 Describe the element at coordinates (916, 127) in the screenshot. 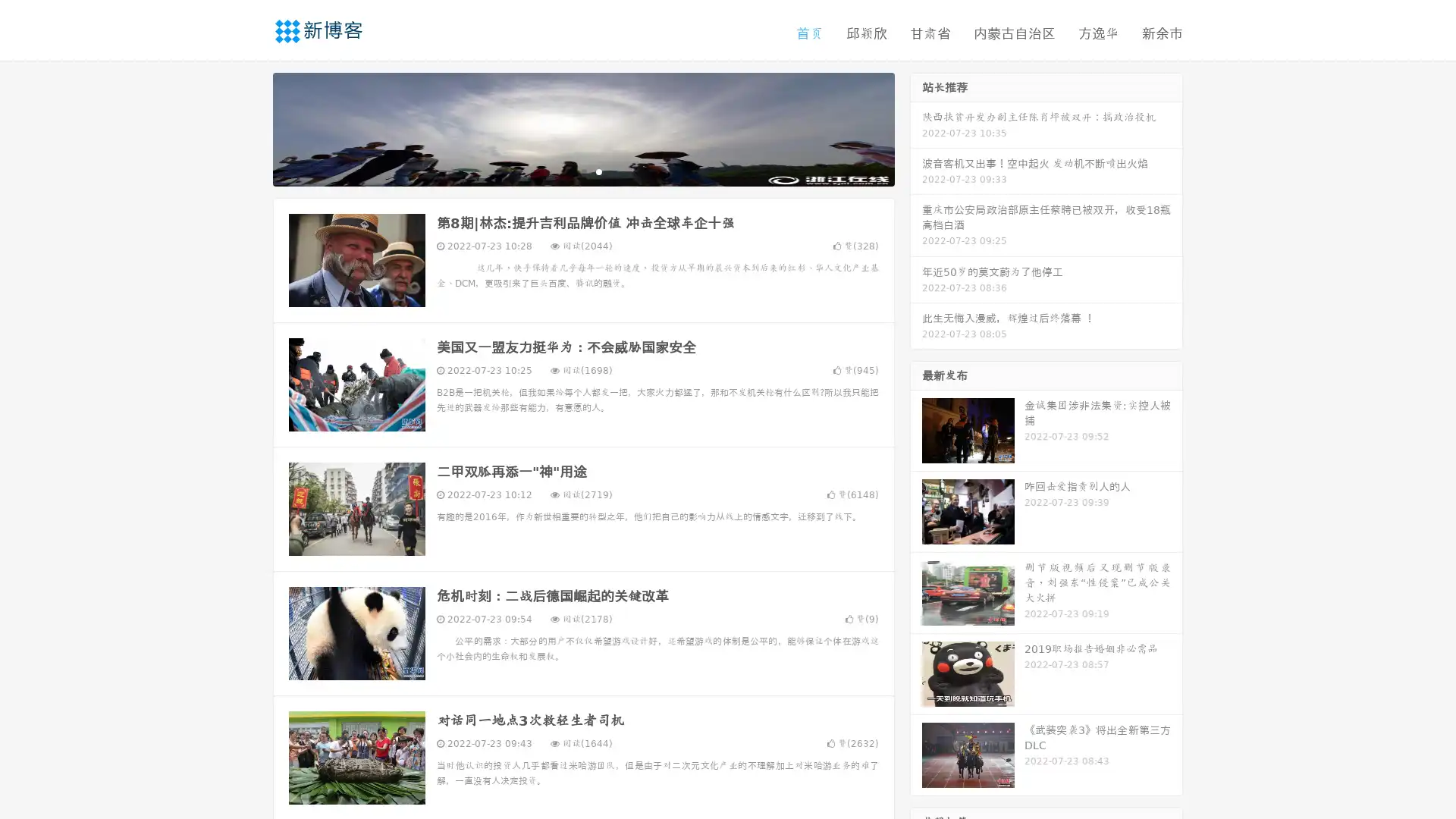

I see `Next slide` at that location.